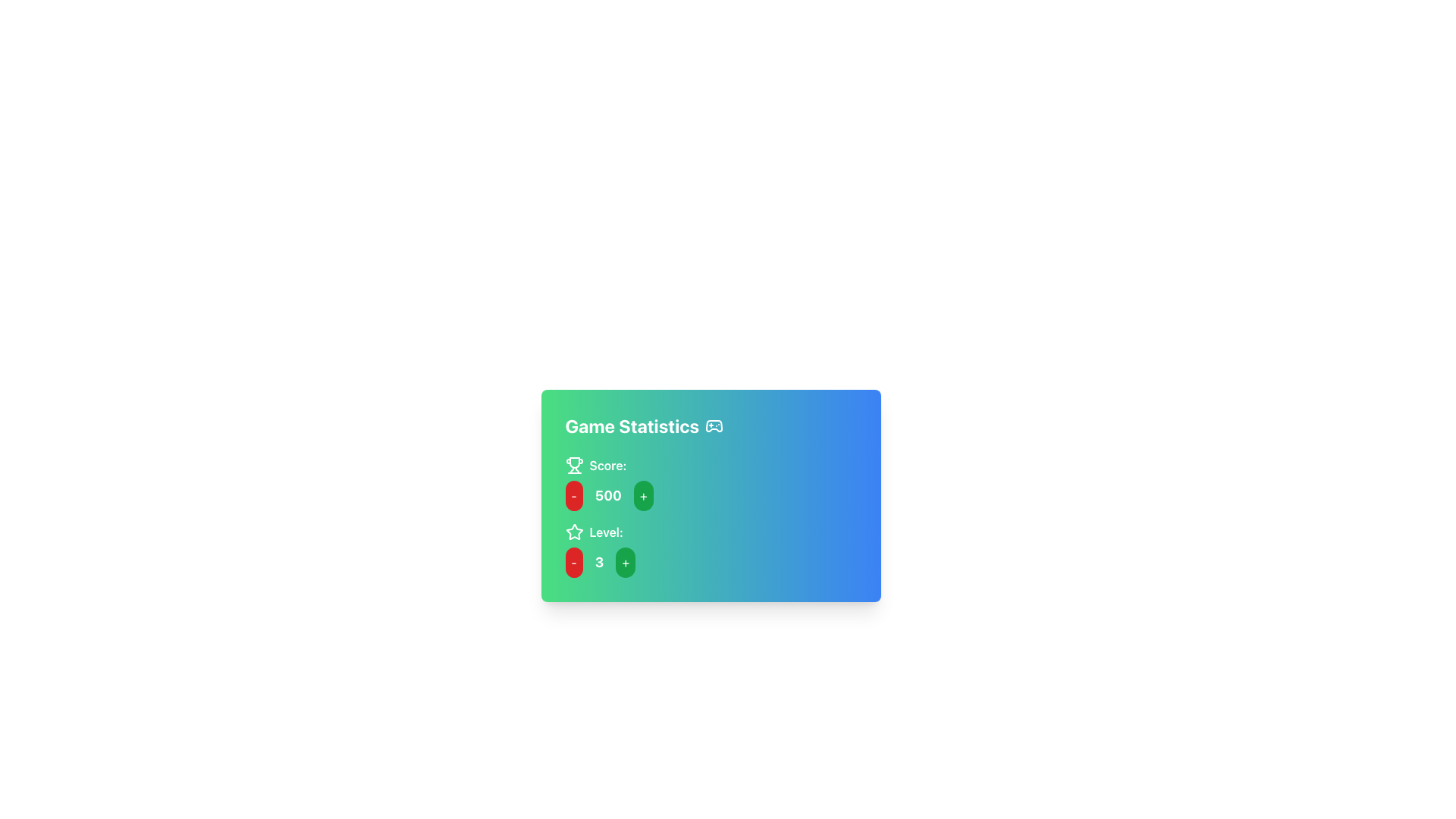 The height and width of the screenshot is (819, 1456). Describe the element at coordinates (605, 532) in the screenshot. I see `the text label displaying 'Level:' which is located in the 'Game Statistics' section of the UI, positioned to the right of a star icon` at that location.